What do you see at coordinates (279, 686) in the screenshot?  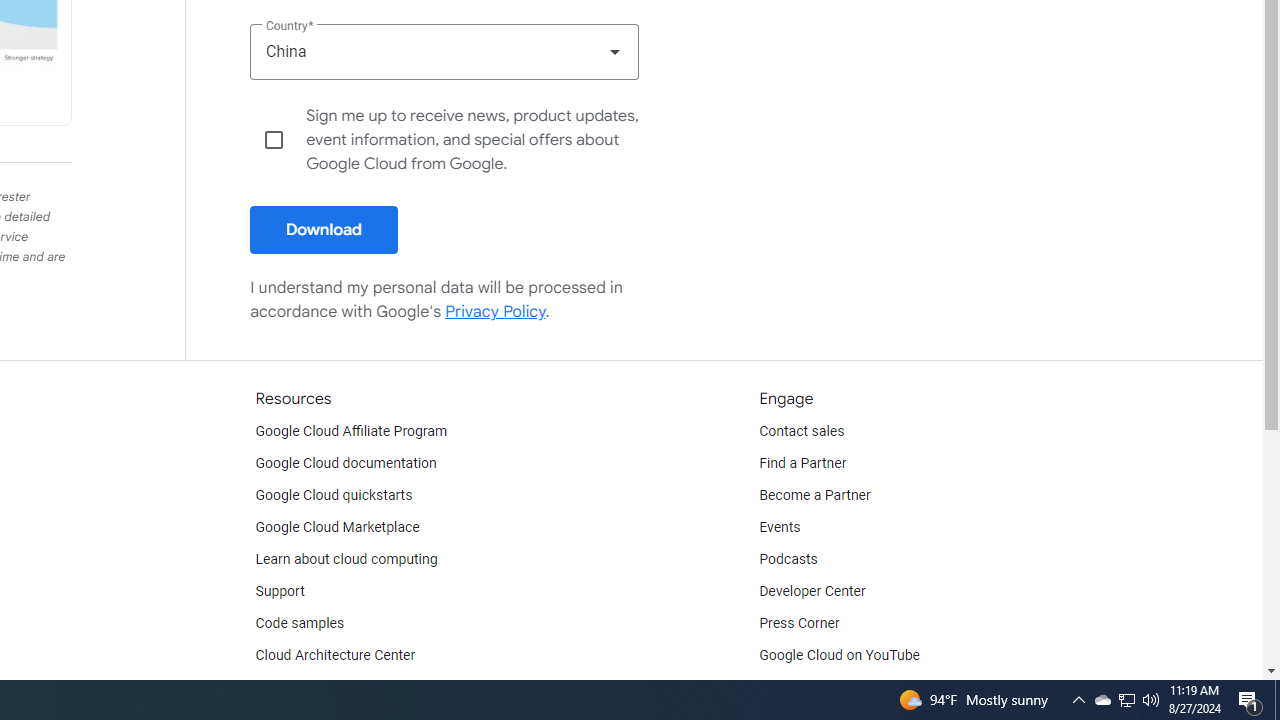 I see `'Training'` at bounding box center [279, 686].